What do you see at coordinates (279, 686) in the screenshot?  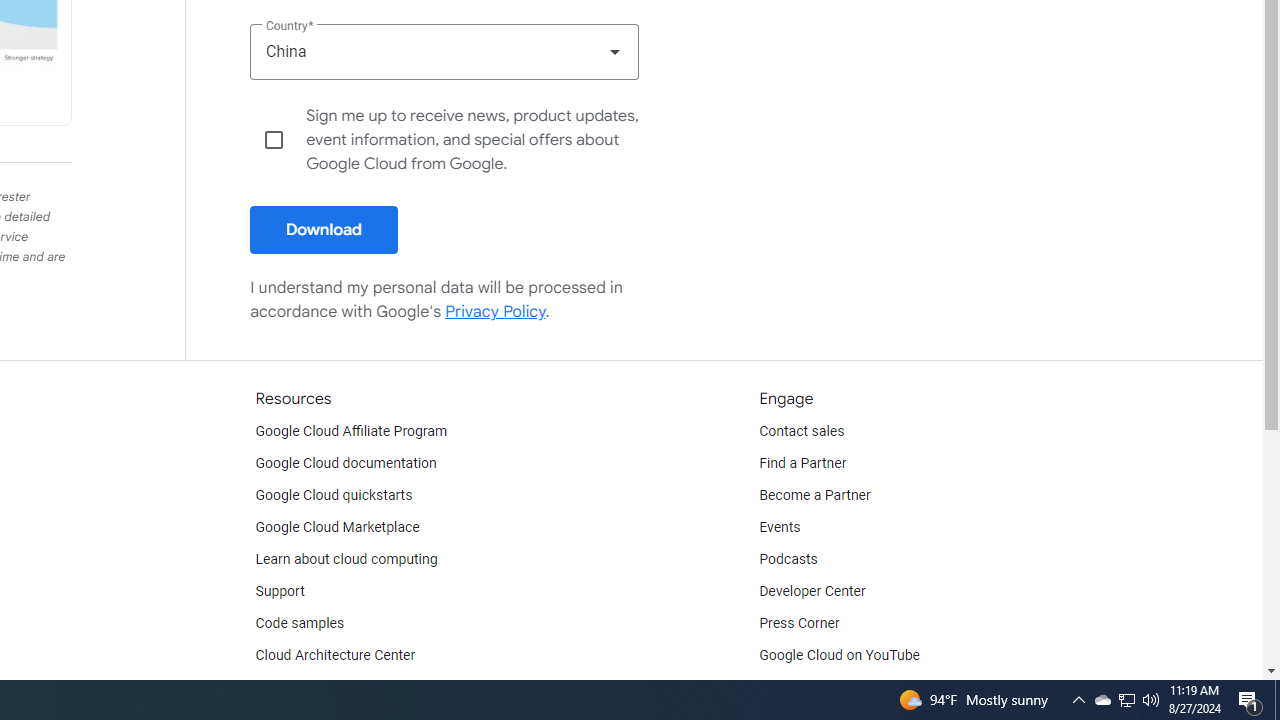 I see `'Training'` at bounding box center [279, 686].